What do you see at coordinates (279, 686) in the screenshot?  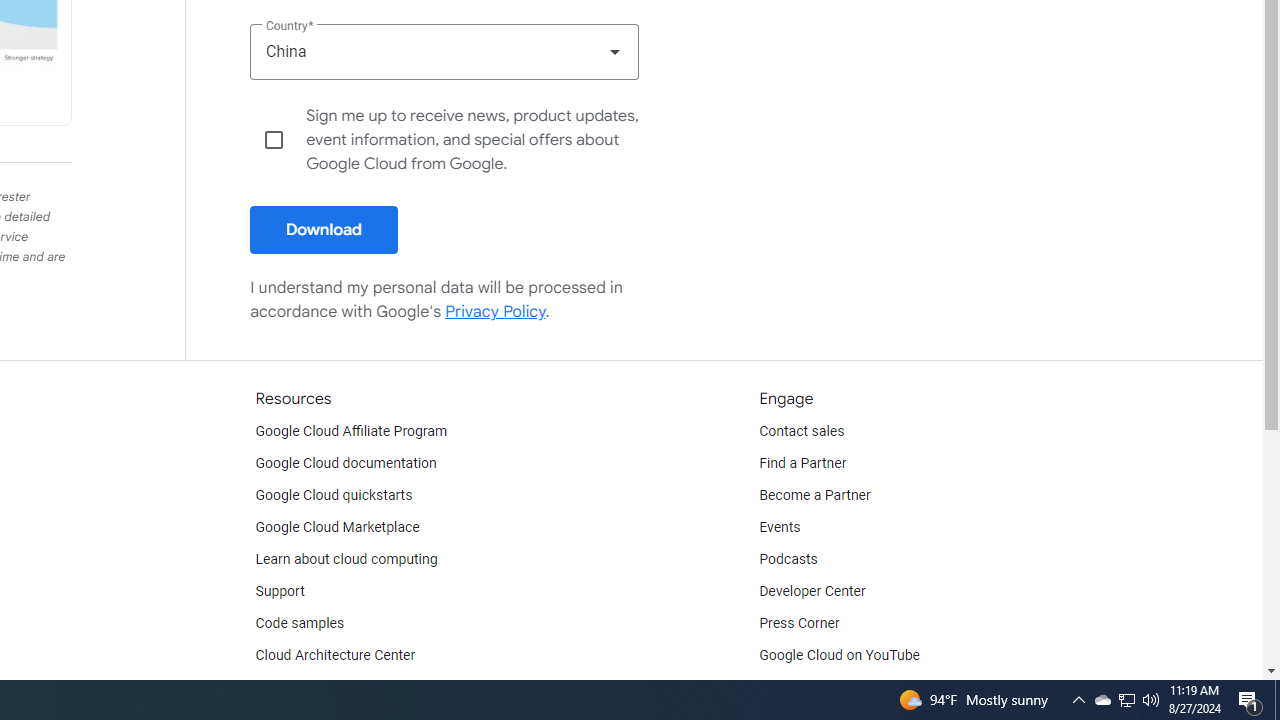 I see `'Training'` at bounding box center [279, 686].